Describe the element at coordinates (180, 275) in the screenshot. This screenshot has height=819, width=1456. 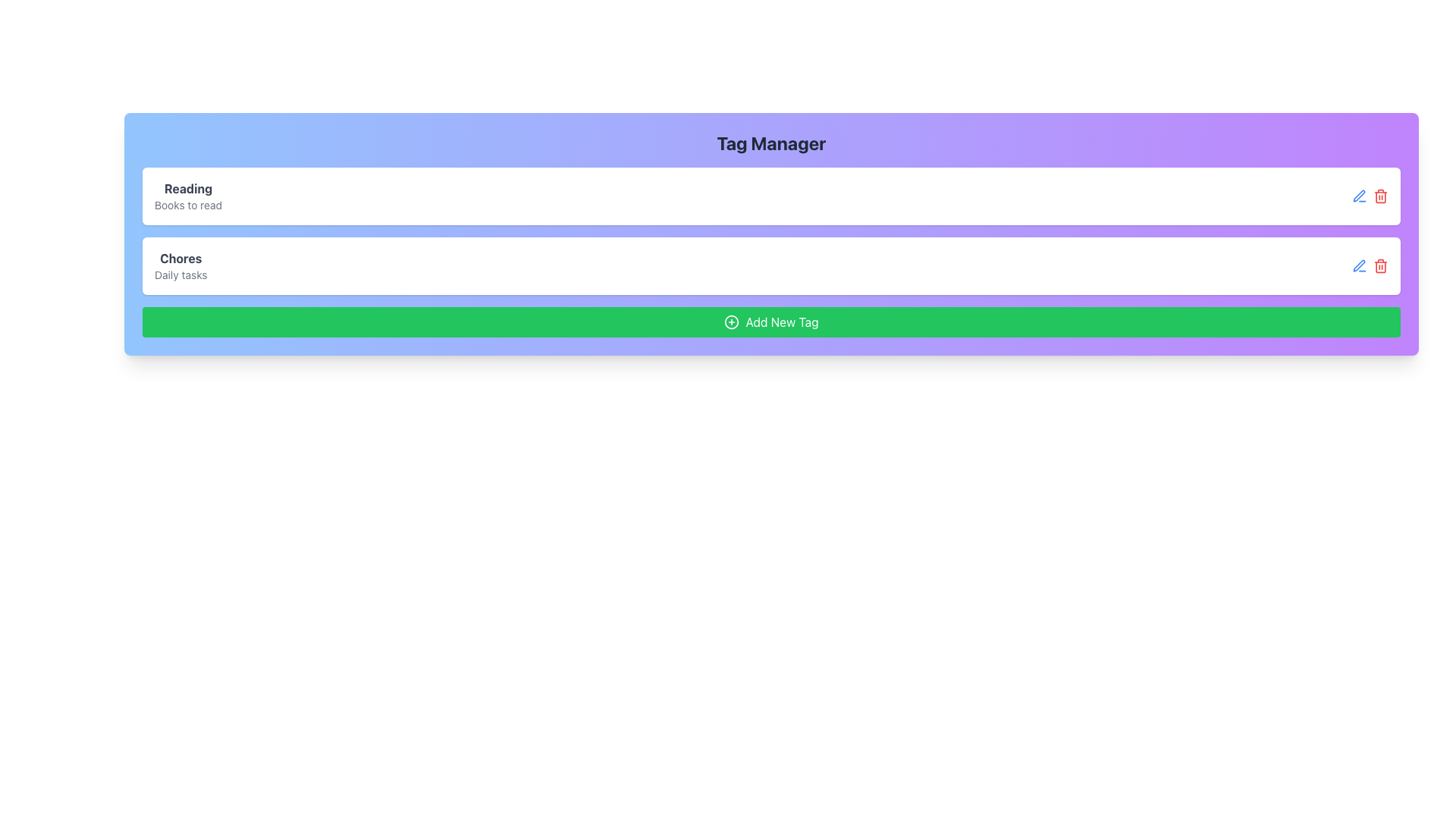
I see `the text label component that provides context for the 'Chores' section, located in the second card, below the 'Chores' title and above the 'Add New Tag' button` at that location.